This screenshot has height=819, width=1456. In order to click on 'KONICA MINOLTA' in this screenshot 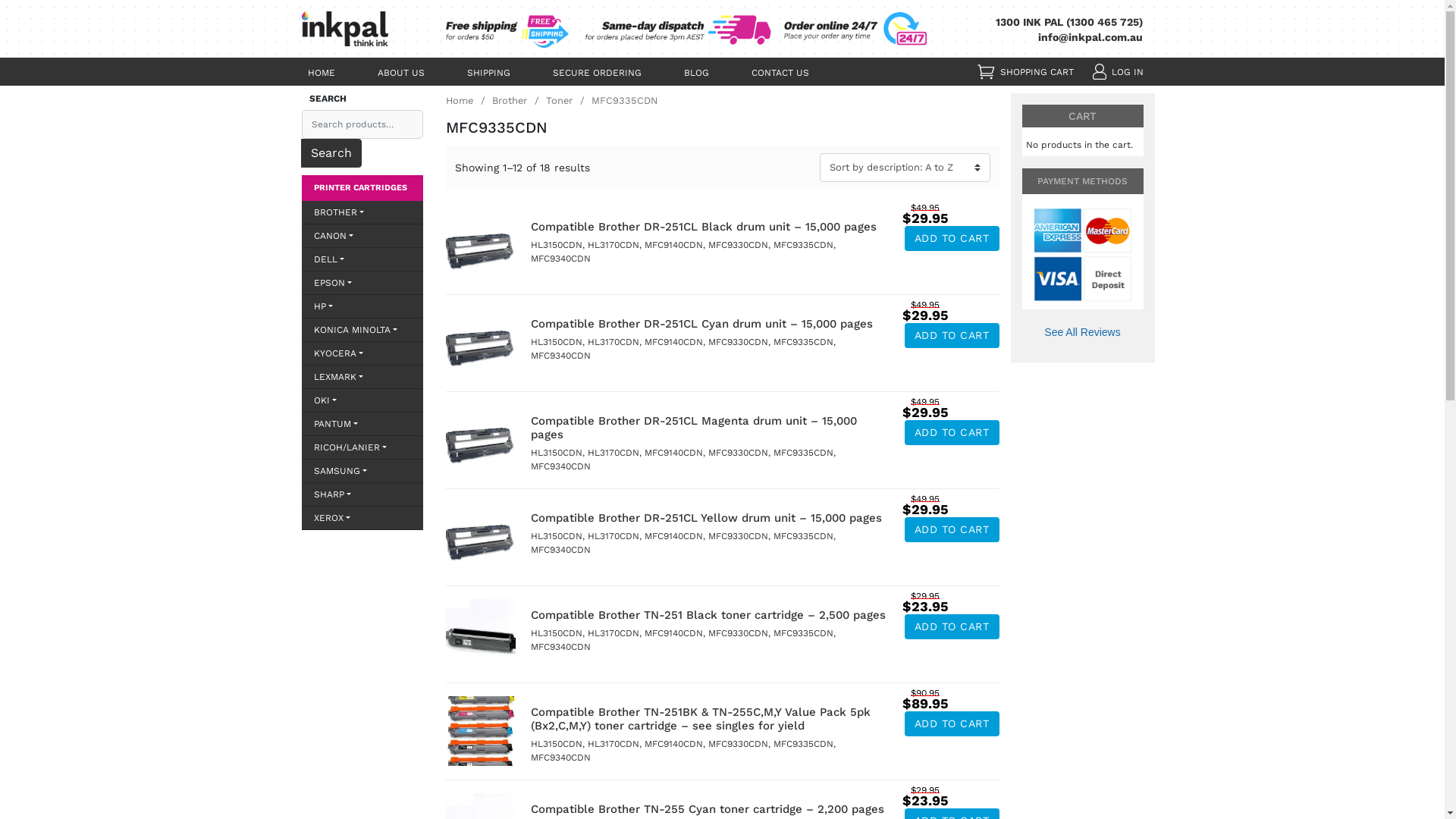, I will do `click(302, 329)`.